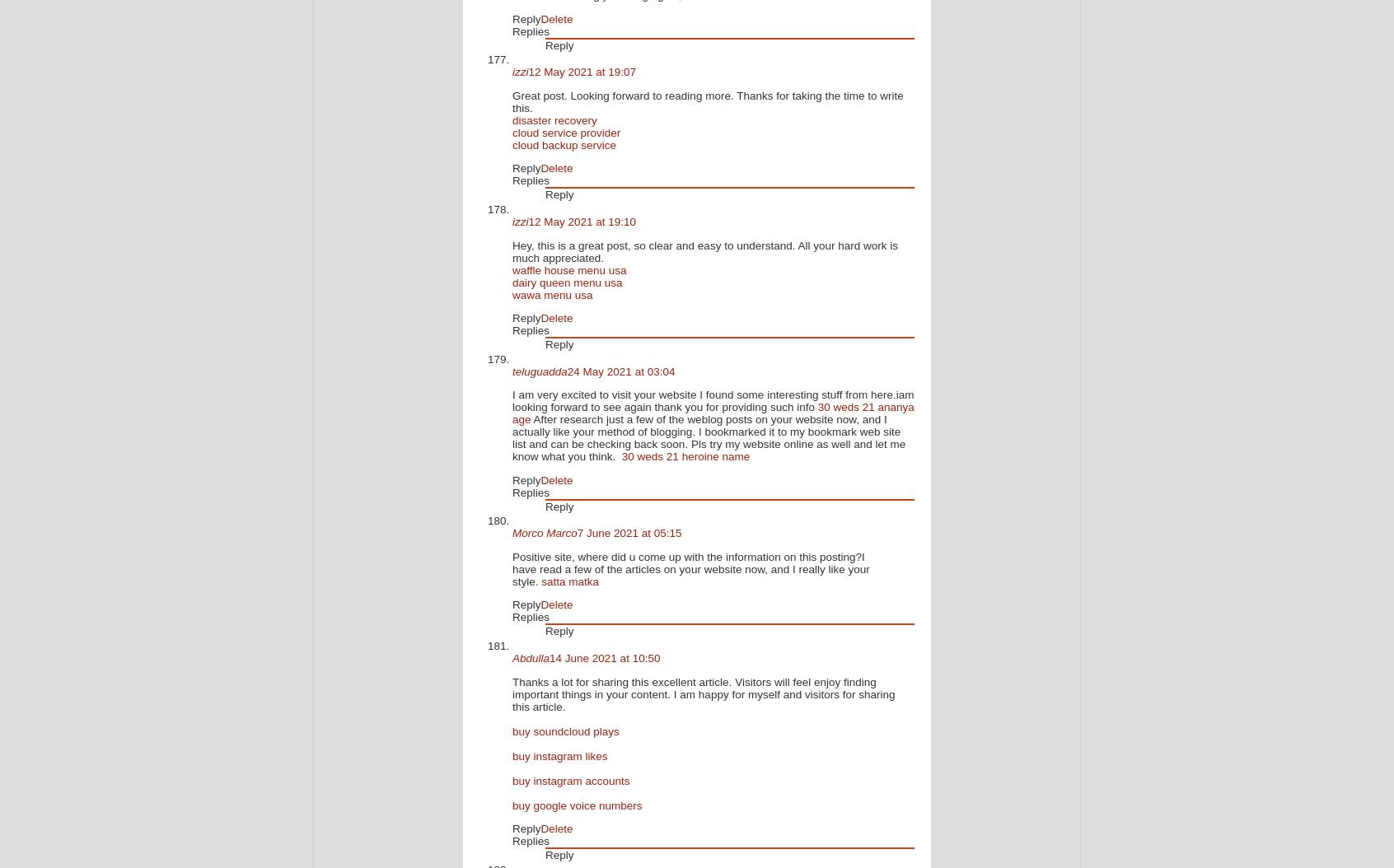  Describe the element at coordinates (712, 413) in the screenshot. I see `'30 weds 21 ananya age'` at that location.